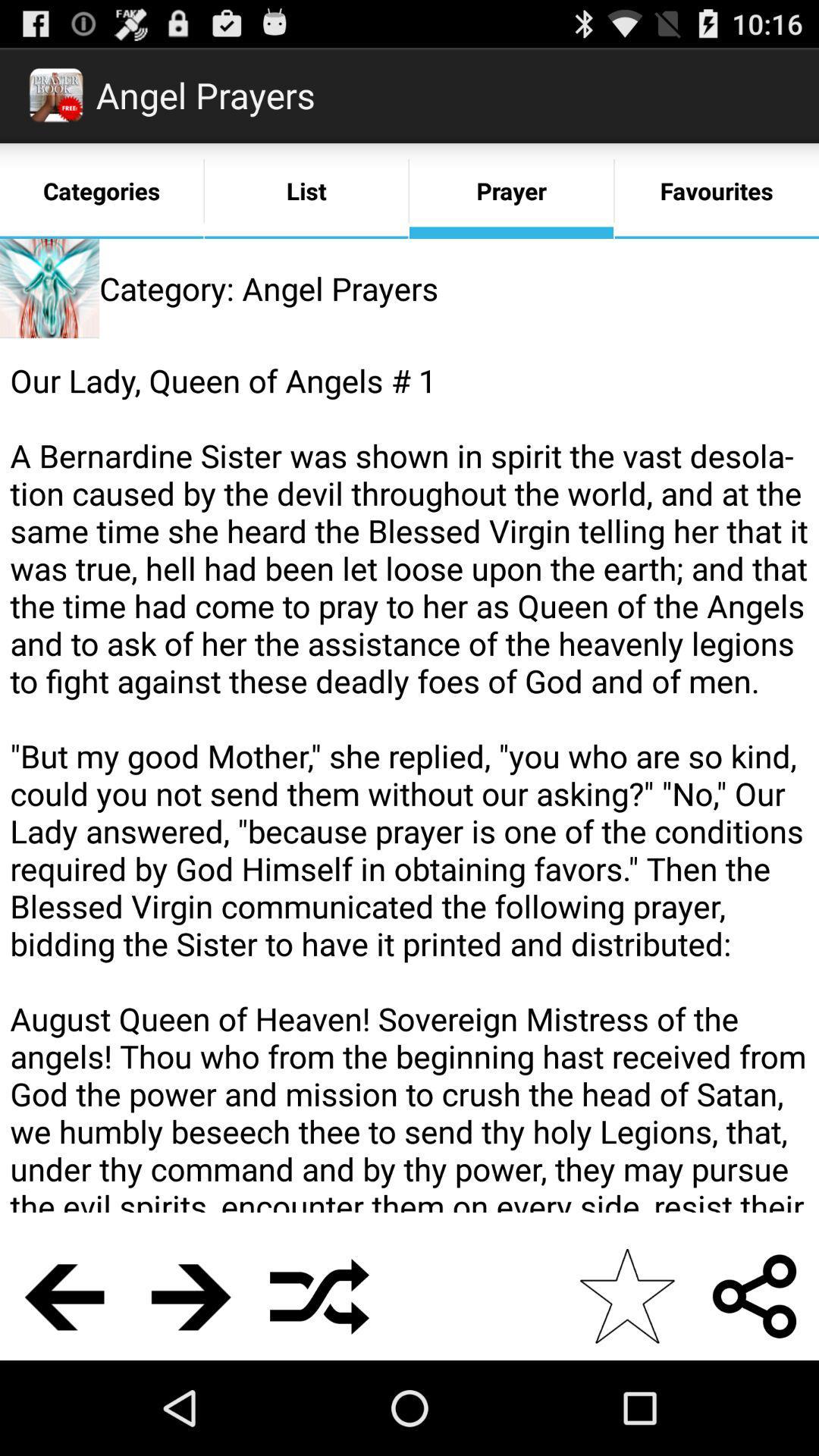 This screenshot has width=819, height=1456. Describe the element at coordinates (626, 1295) in the screenshot. I see `the app below our lady queen app` at that location.